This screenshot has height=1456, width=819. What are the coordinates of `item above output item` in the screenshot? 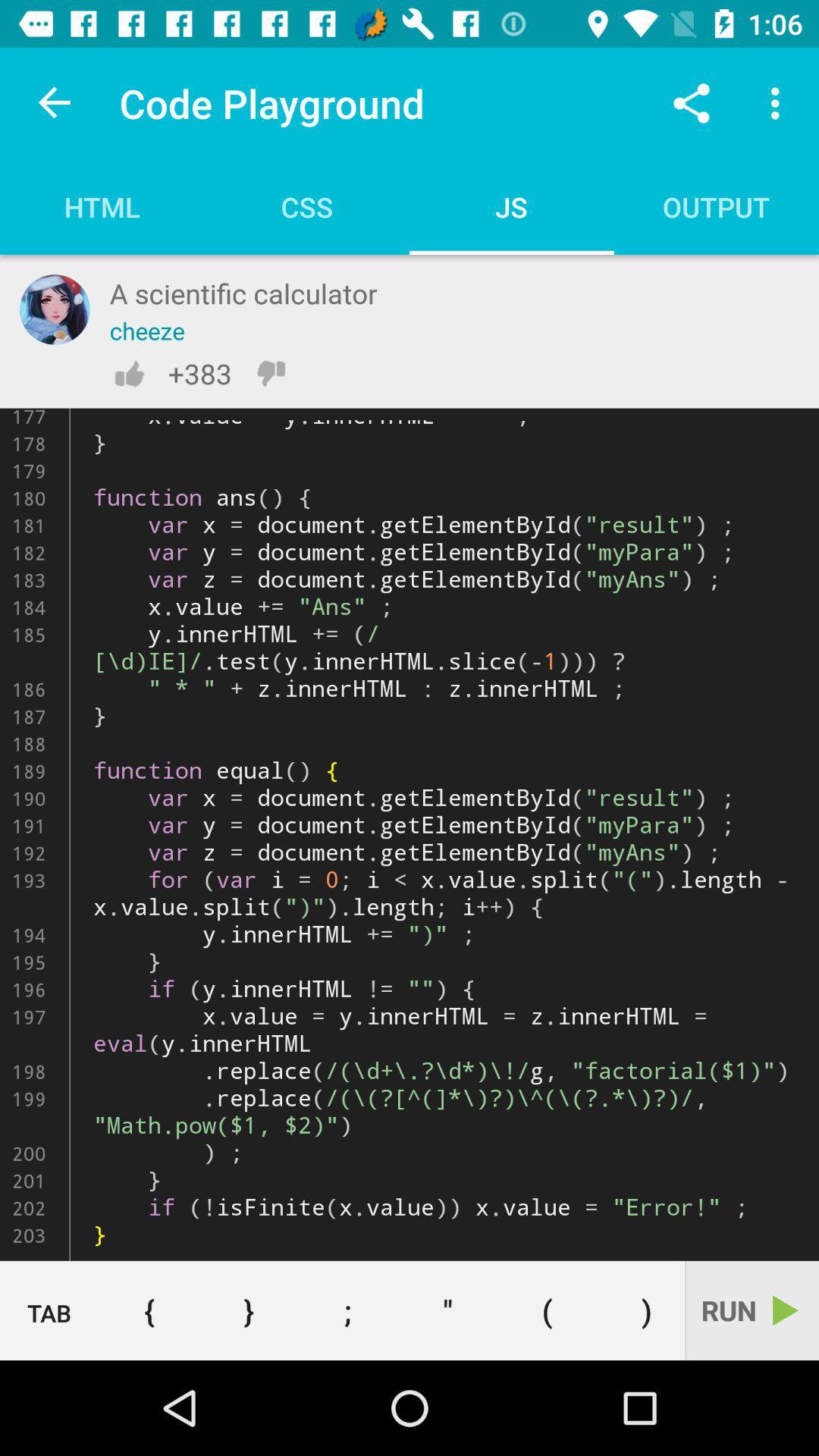 It's located at (691, 102).